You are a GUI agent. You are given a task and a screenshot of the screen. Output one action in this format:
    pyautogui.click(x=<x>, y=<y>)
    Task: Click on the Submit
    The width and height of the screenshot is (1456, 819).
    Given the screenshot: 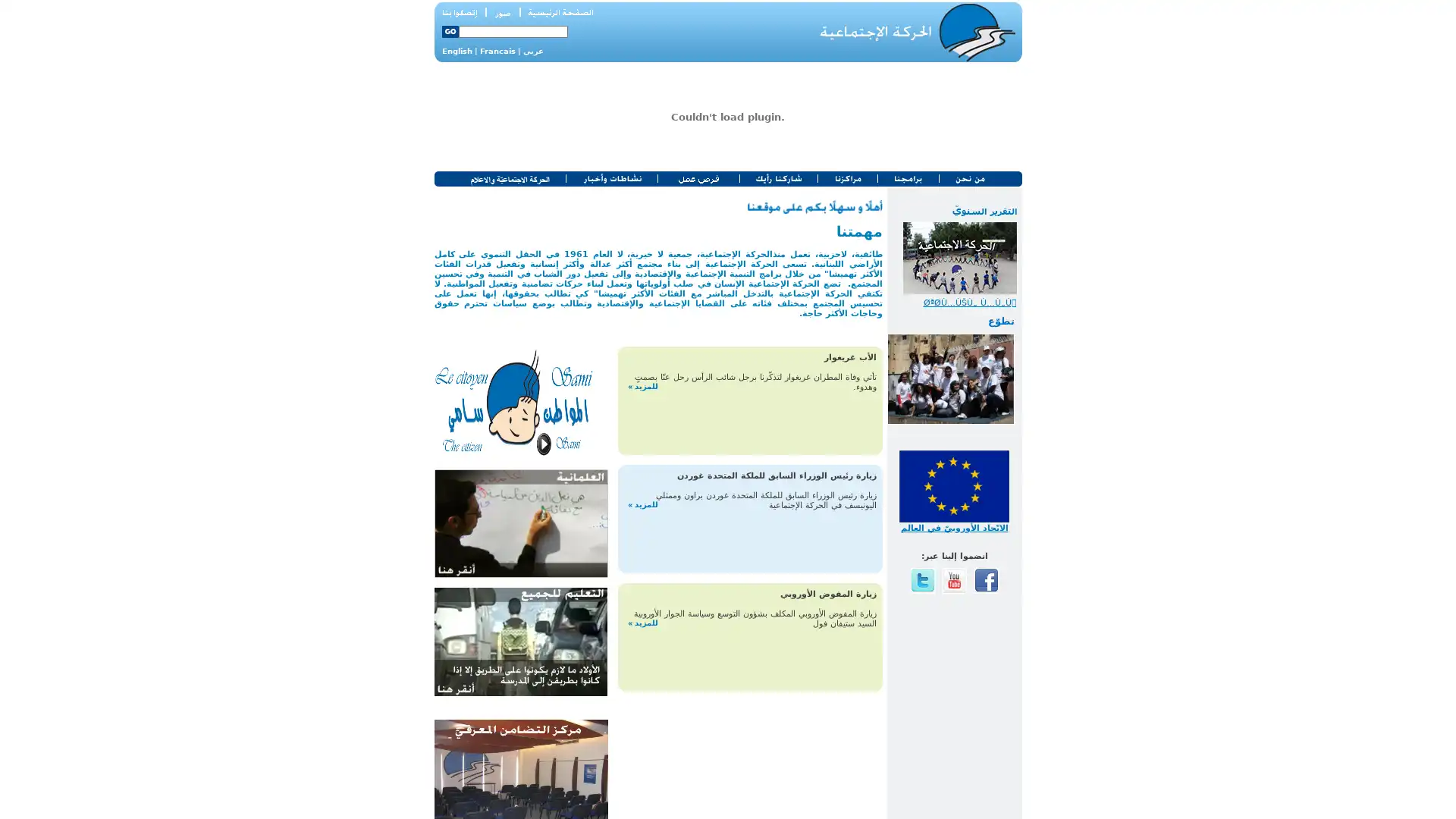 What is the action you would take?
    pyautogui.click(x=449, y=32)
    